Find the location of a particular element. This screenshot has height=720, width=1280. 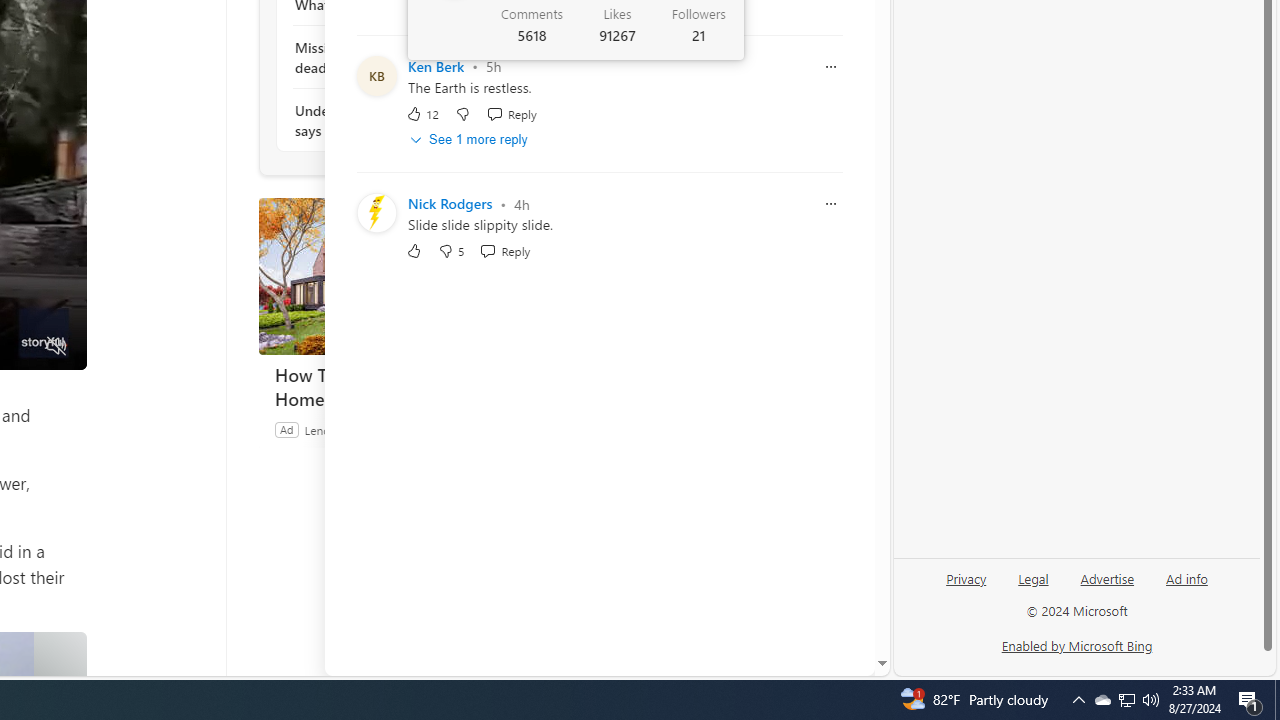

'Reply Reply Comment' is located at coordinates (505, 250).